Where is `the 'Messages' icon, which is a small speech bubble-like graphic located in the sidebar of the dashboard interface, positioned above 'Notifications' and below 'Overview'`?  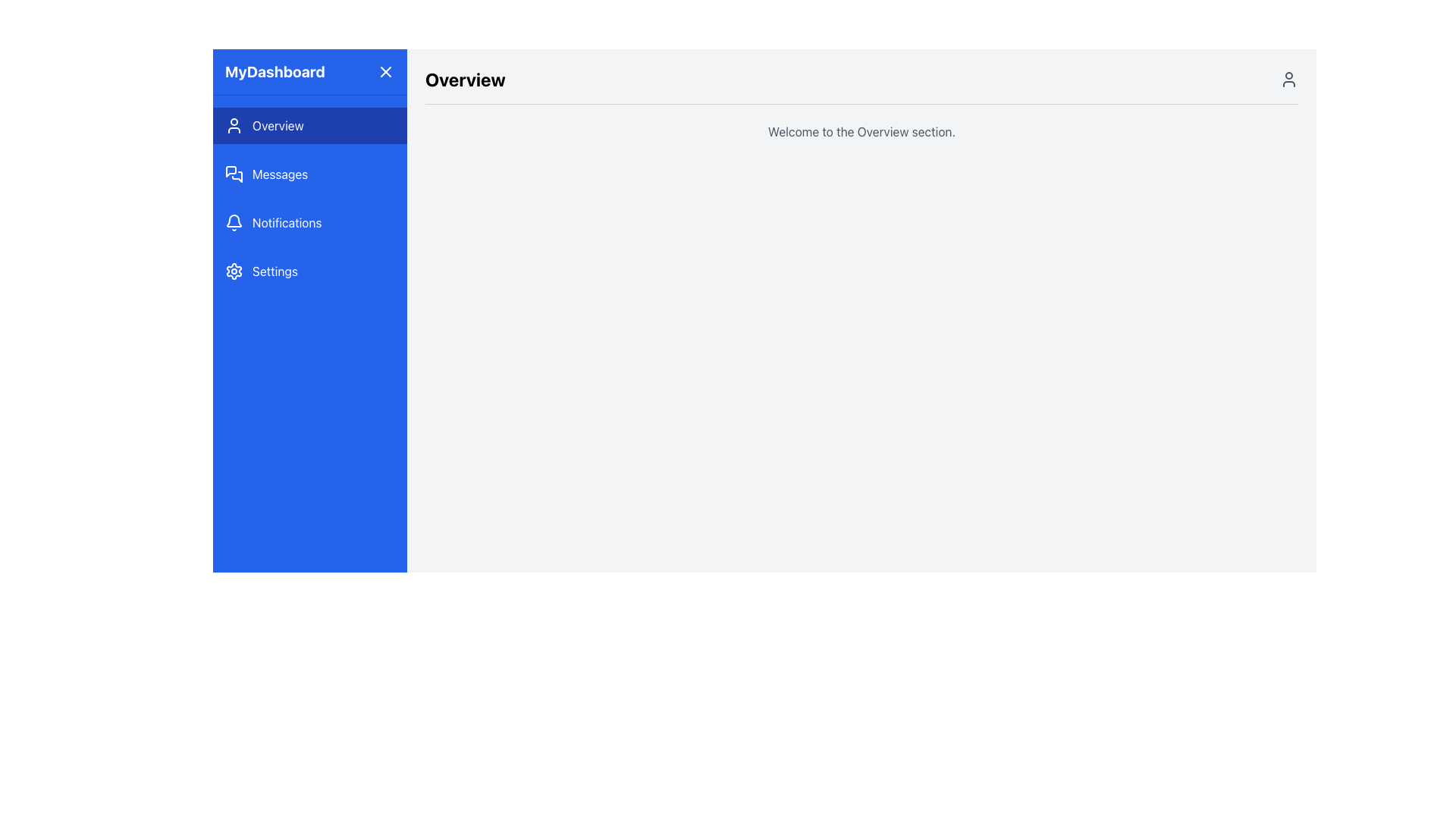 the 'Messages' icon, which is a small speech bubble-like graphic located in the sidebar of the dashboard interface, positioned above 'Notifications' and below 'Overview' is located at coordinates (231, 171).